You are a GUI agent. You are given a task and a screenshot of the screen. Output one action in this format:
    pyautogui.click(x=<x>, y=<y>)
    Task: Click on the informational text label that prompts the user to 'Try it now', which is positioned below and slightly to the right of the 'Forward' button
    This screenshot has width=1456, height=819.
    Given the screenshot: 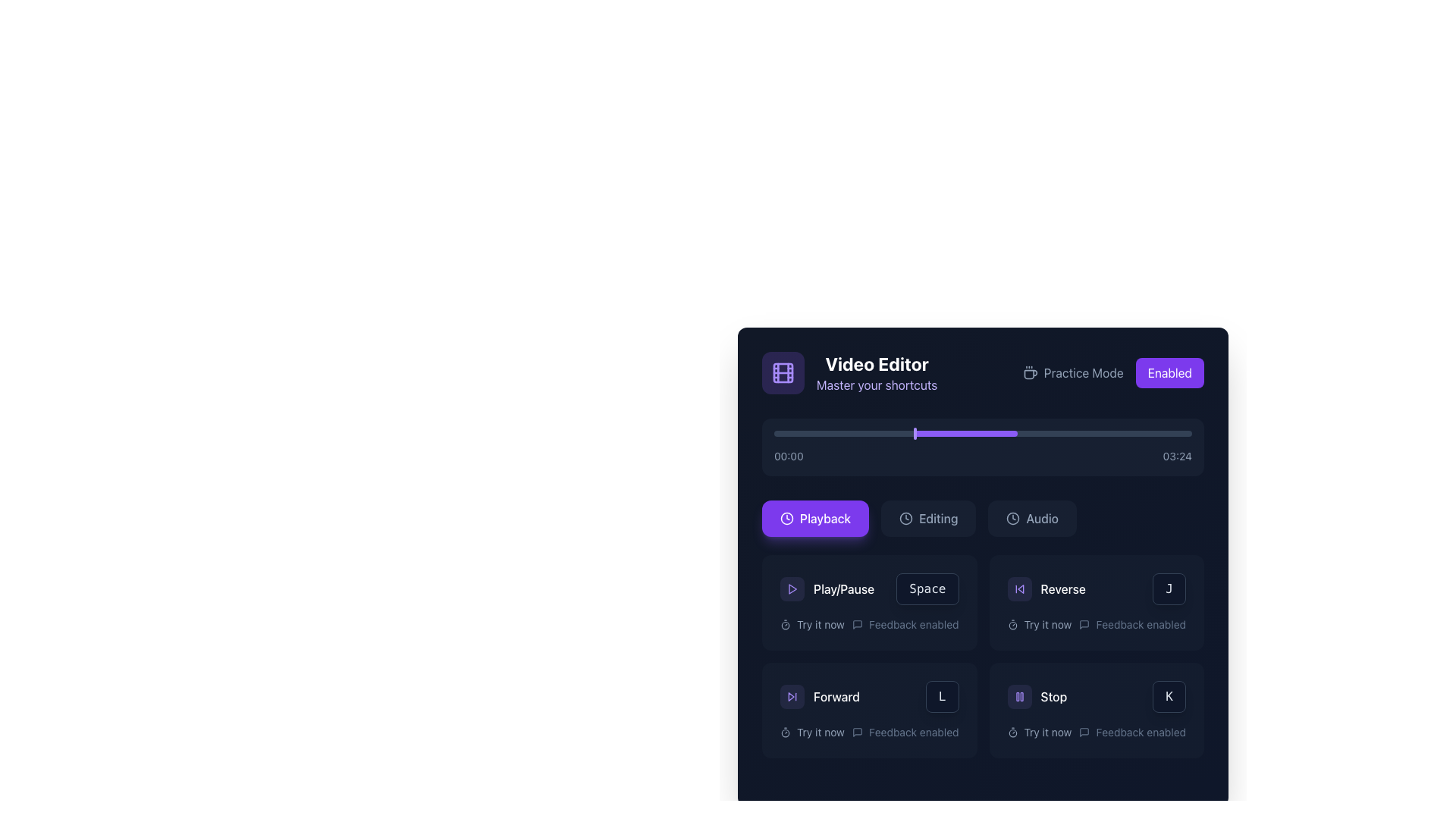 What is the action you would take?
    pyautogui.click(x=820, y=731)
    